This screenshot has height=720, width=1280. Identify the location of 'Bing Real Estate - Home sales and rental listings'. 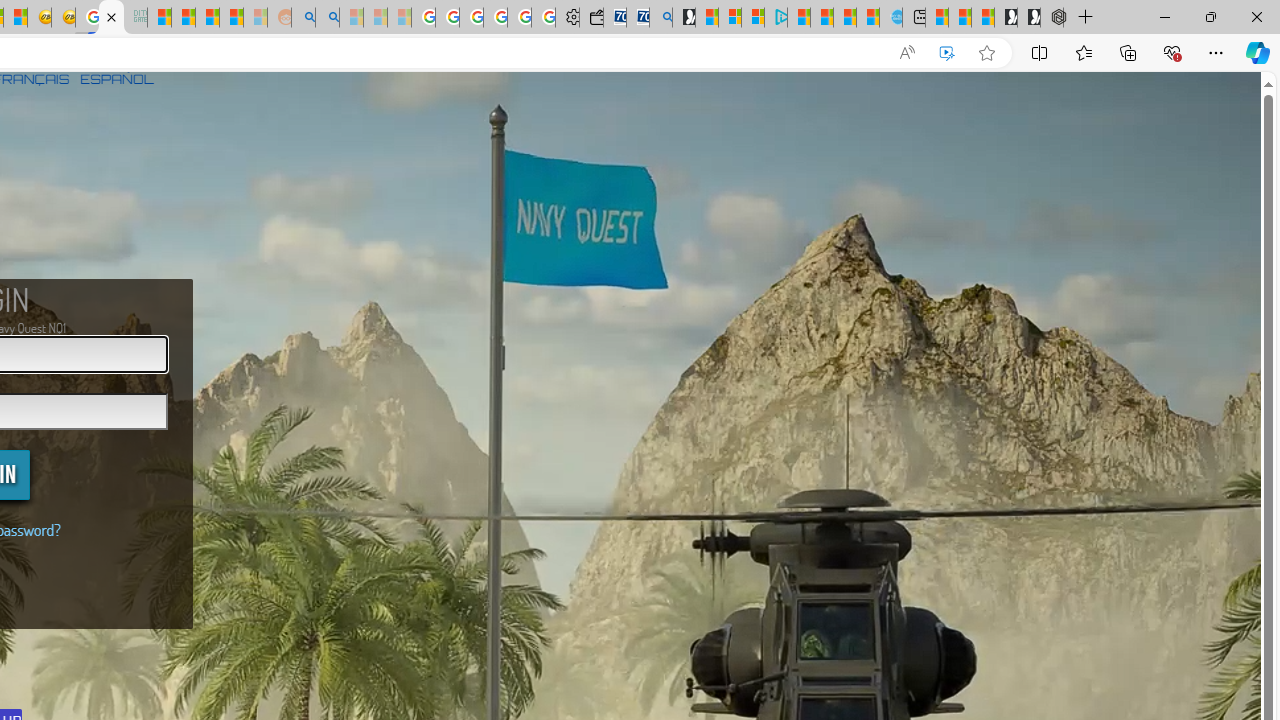
(661, 17).